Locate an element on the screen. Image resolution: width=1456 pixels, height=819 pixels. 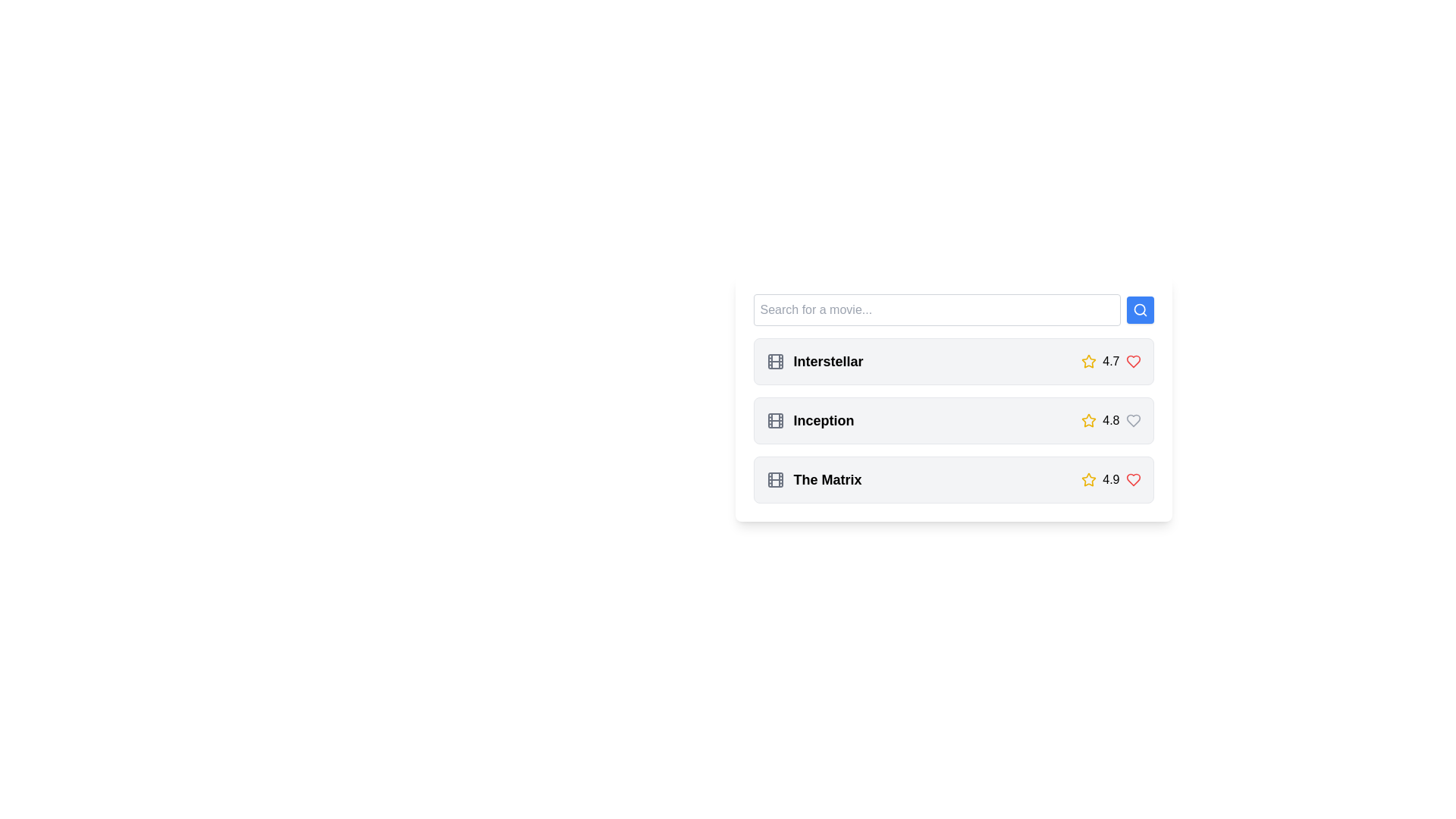
the text input of the Search bar to start typing movie names is located at coordinates (952, 309).